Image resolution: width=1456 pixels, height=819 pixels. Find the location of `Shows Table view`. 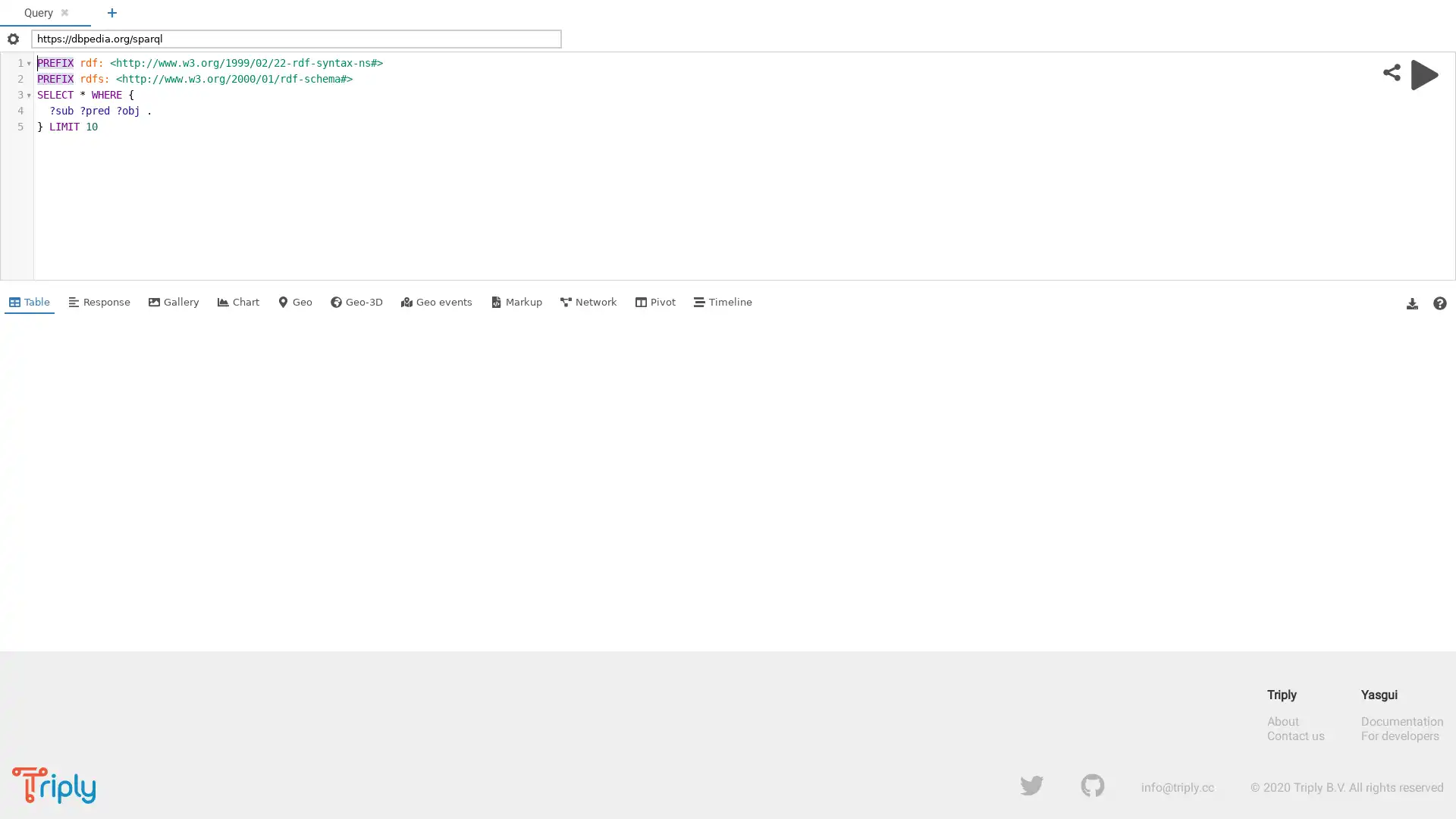

Shows Table view is located at coordinates (29, 303).